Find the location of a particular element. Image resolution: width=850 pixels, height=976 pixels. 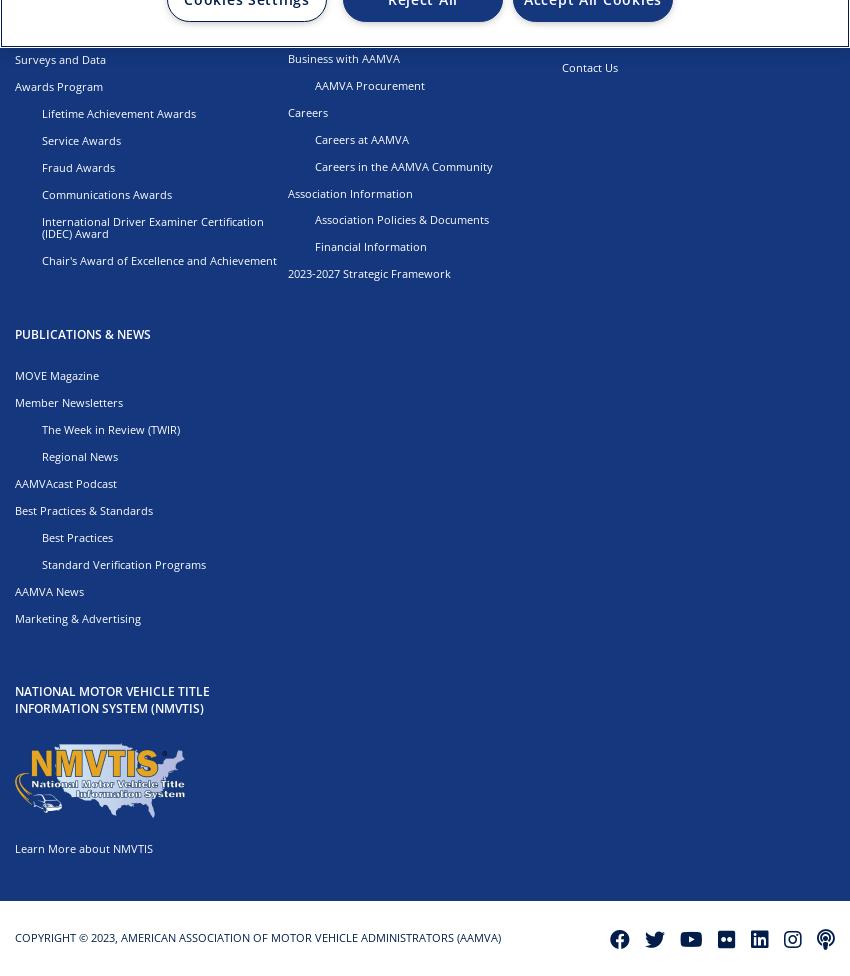

'Surveys and Data' is located at coordinates (60, 58).